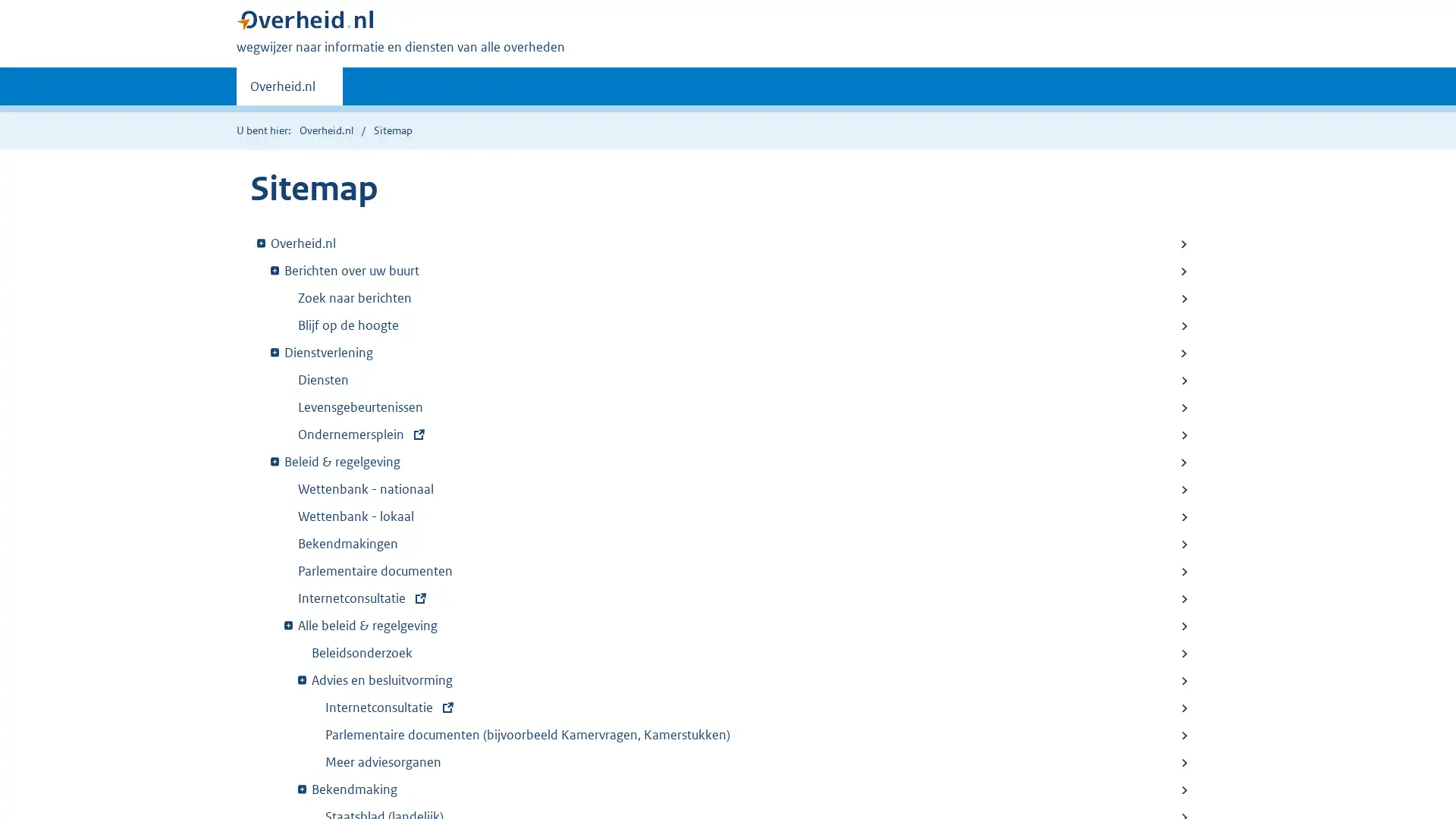 Image resolution: width=1456 pixels, height=819 pixels. Describe the element at coordinates (275, 351) in the screenshot. I see `Verberg onderliggende` at that location.